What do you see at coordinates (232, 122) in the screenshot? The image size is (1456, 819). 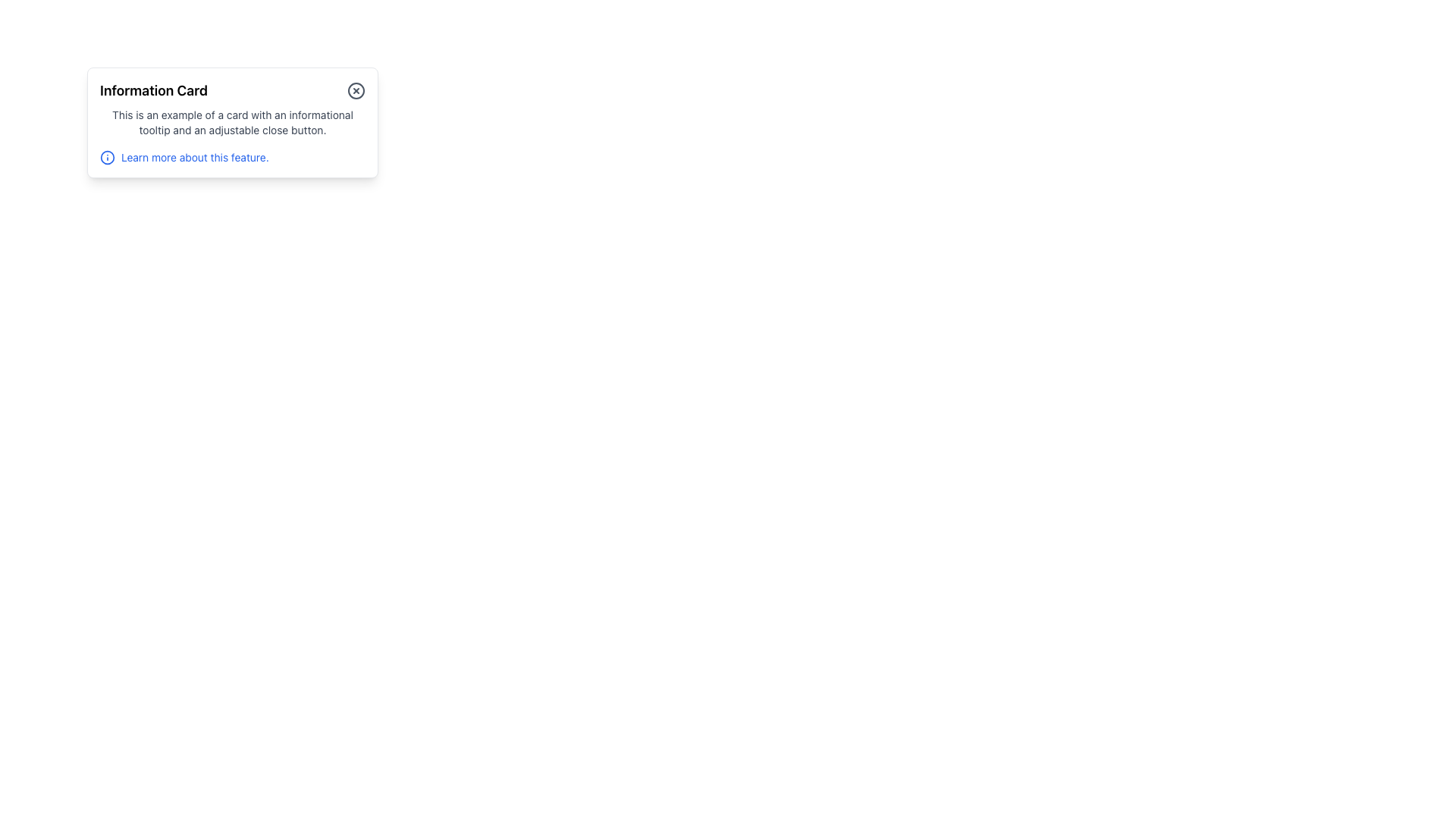 I see `text displayed in the paragraph with a gray appearance, which contains the sentence 'This is an example of a card with an informational tooltip and an adjustable close button.'` at bounding box center [232, 122].